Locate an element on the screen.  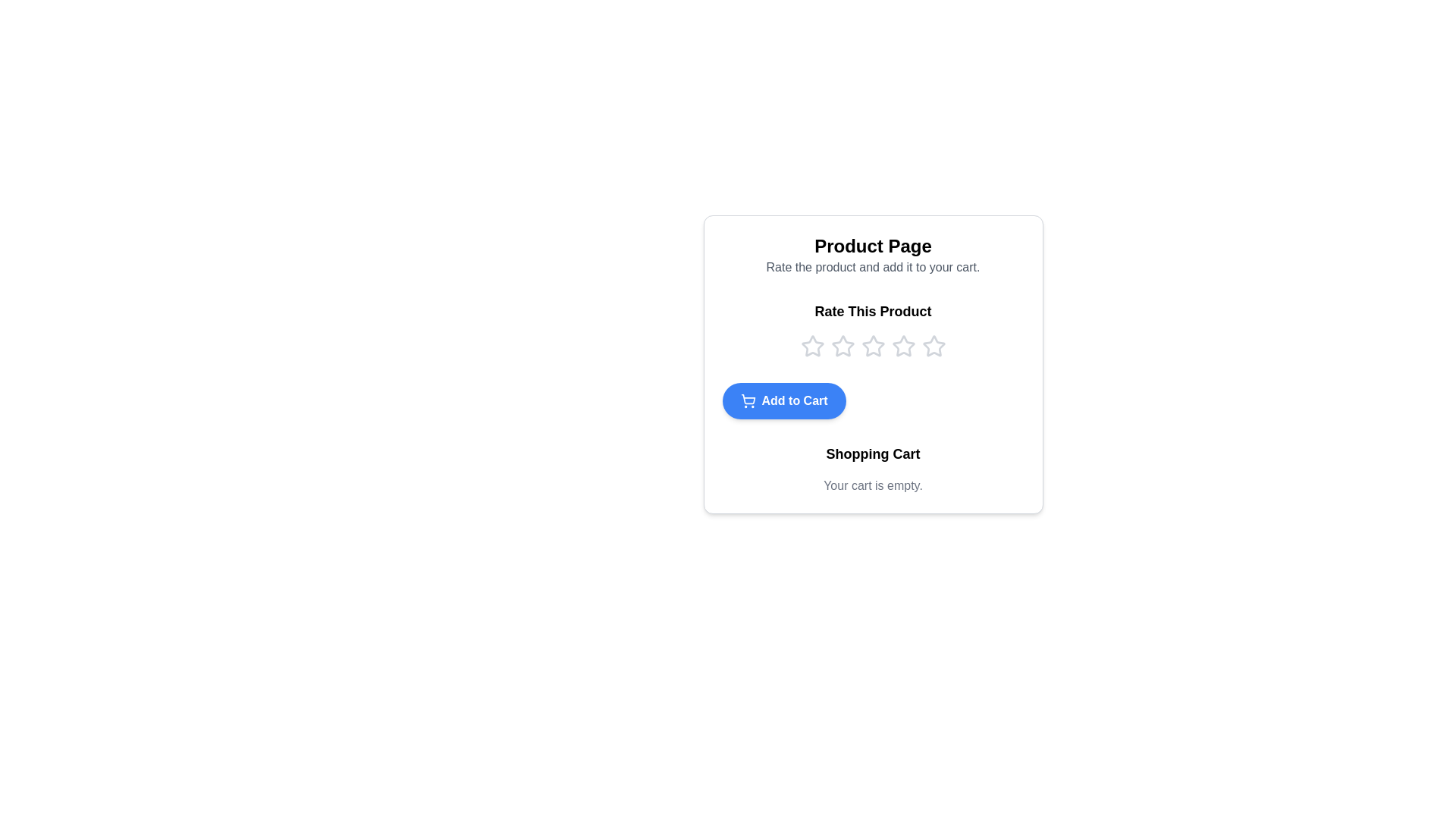
the horizontal star rating system located under the 'Rate This Product' section on the 'Product Page' is located at coordinates (873, 346).